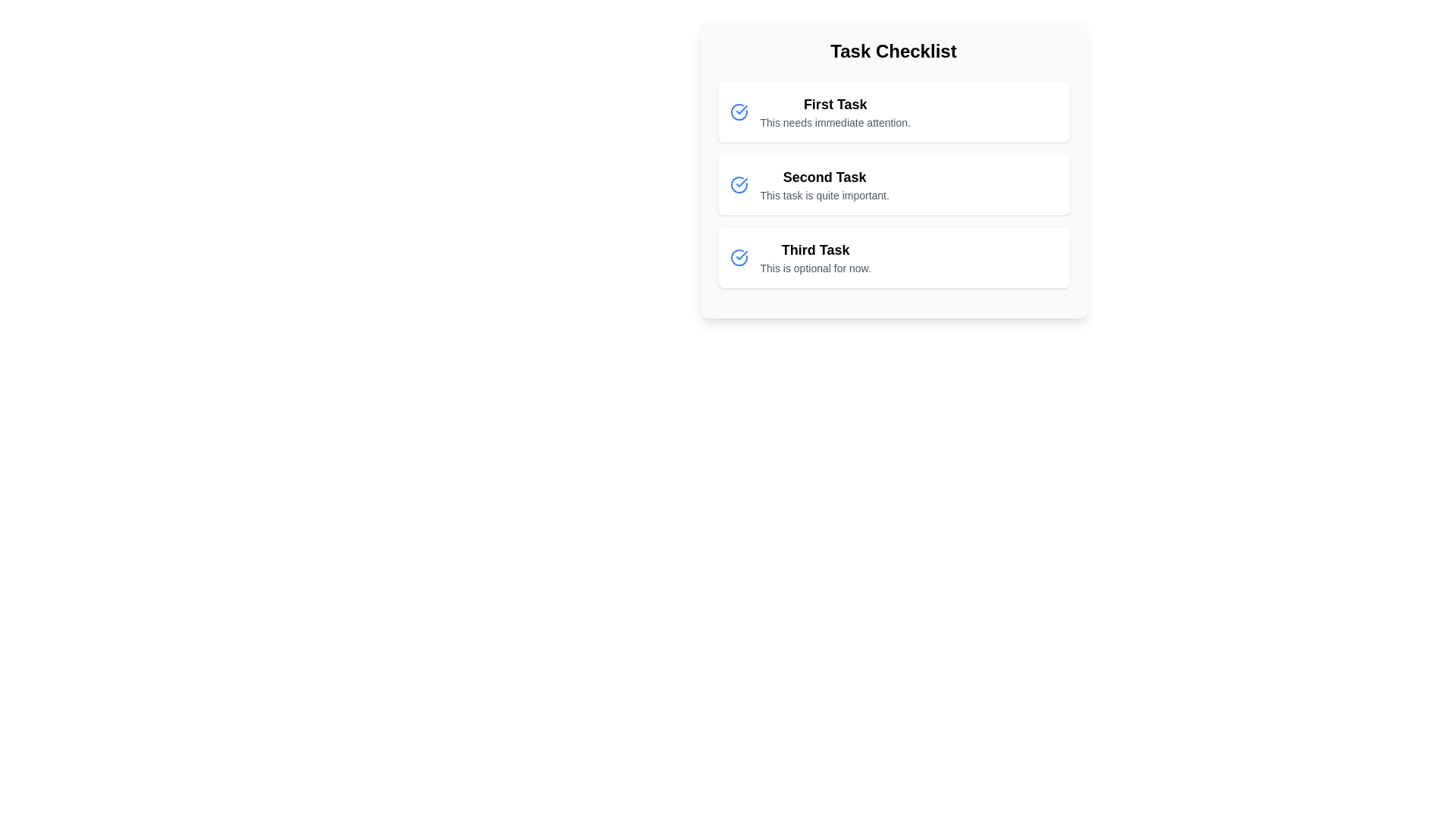  Describe the element at coordinates (739, 111) in the screenshot. I see `the button to mark the task First Task as completed` at that location.